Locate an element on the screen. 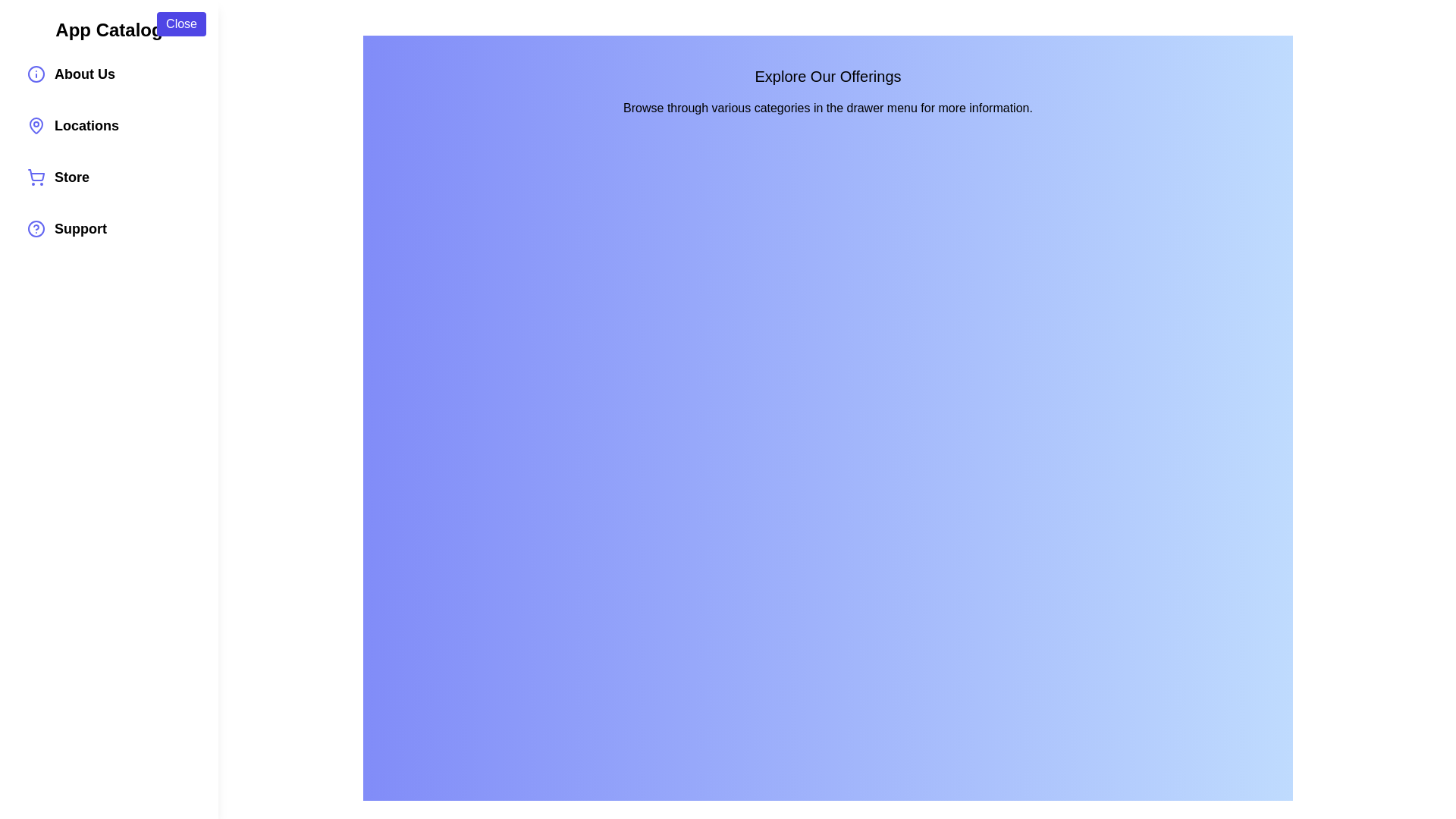 The image size is (1456, 819). the category item Support to see its hover effect is located at coordinates (108, 228).